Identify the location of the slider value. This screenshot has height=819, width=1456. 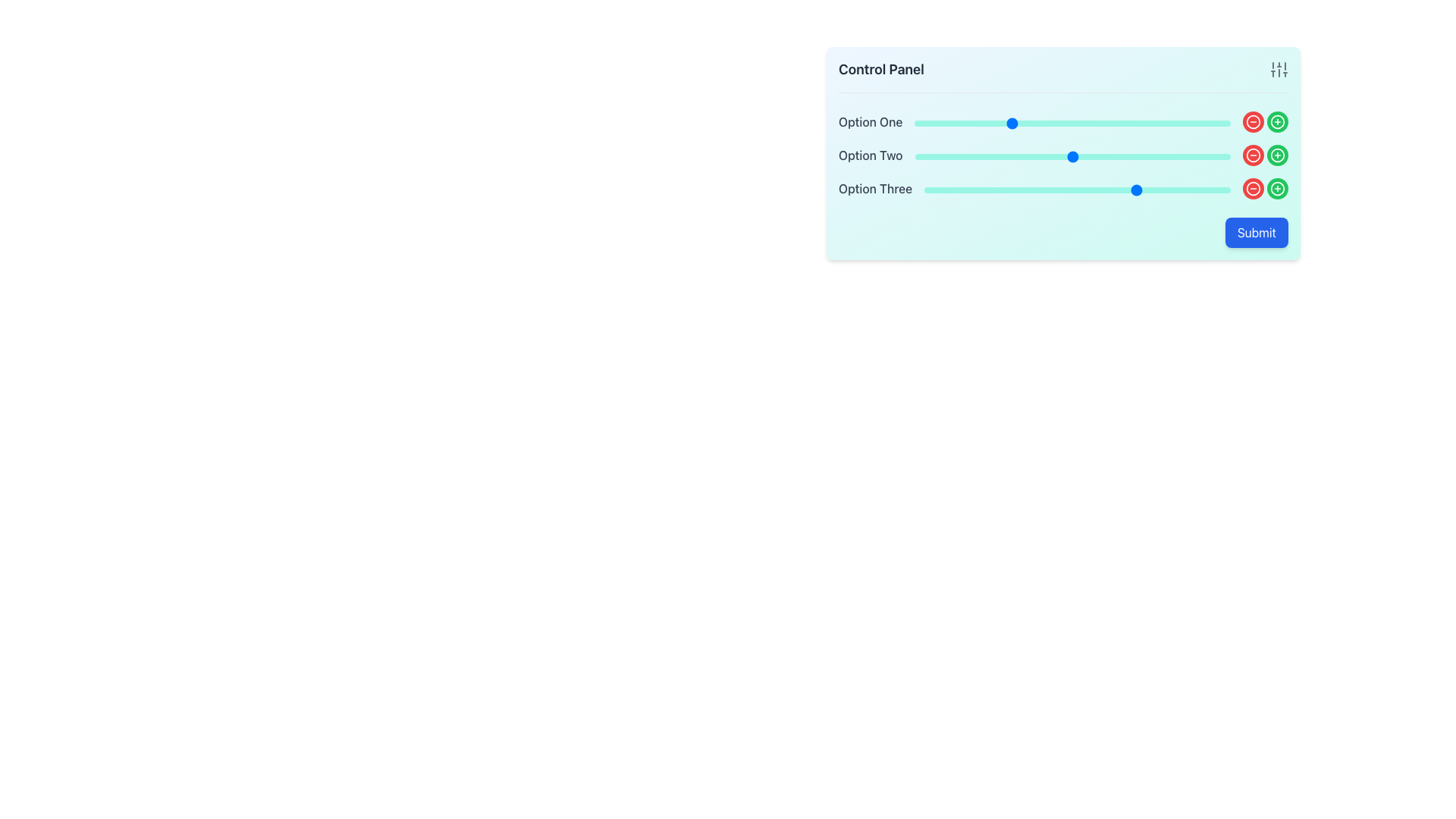
(1215, 189).